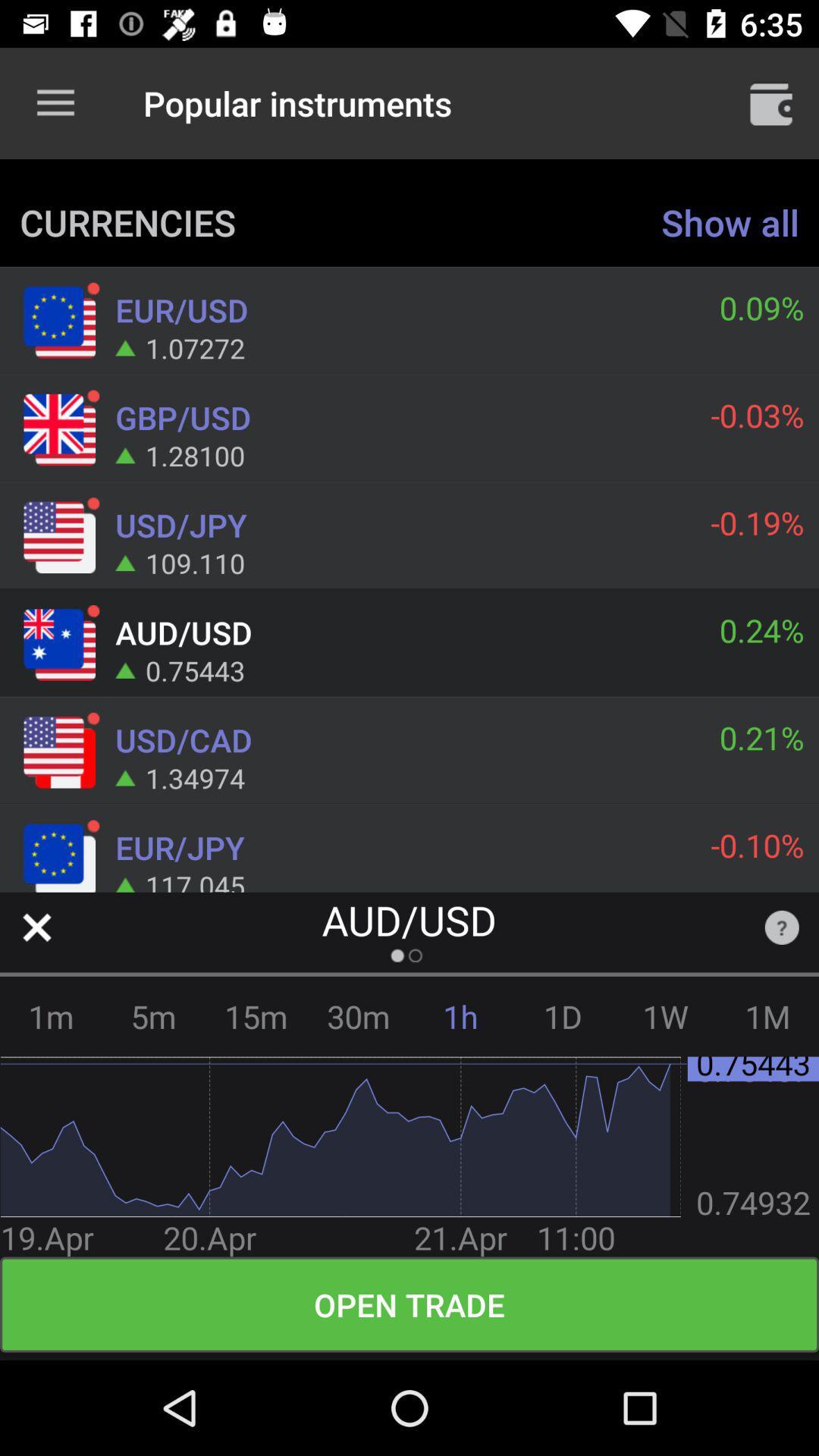 The width and height of the screenshot is (819, 1456). What do you see at coordinates (771, 102) in the screenshot?
I see `print` at bounding box center [771, 102].